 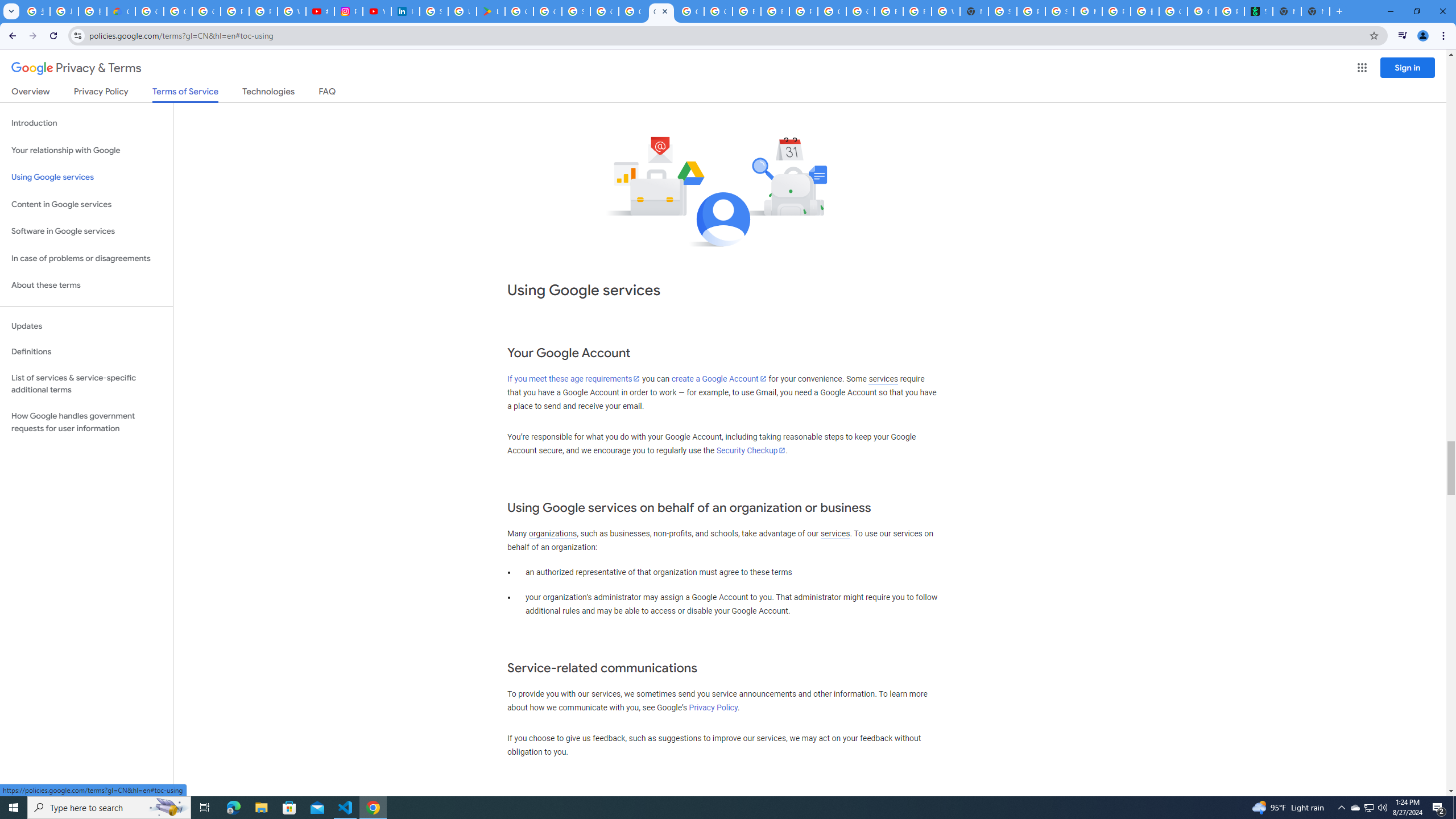 I want to click on 'organizations', so click(x=552, y=533).